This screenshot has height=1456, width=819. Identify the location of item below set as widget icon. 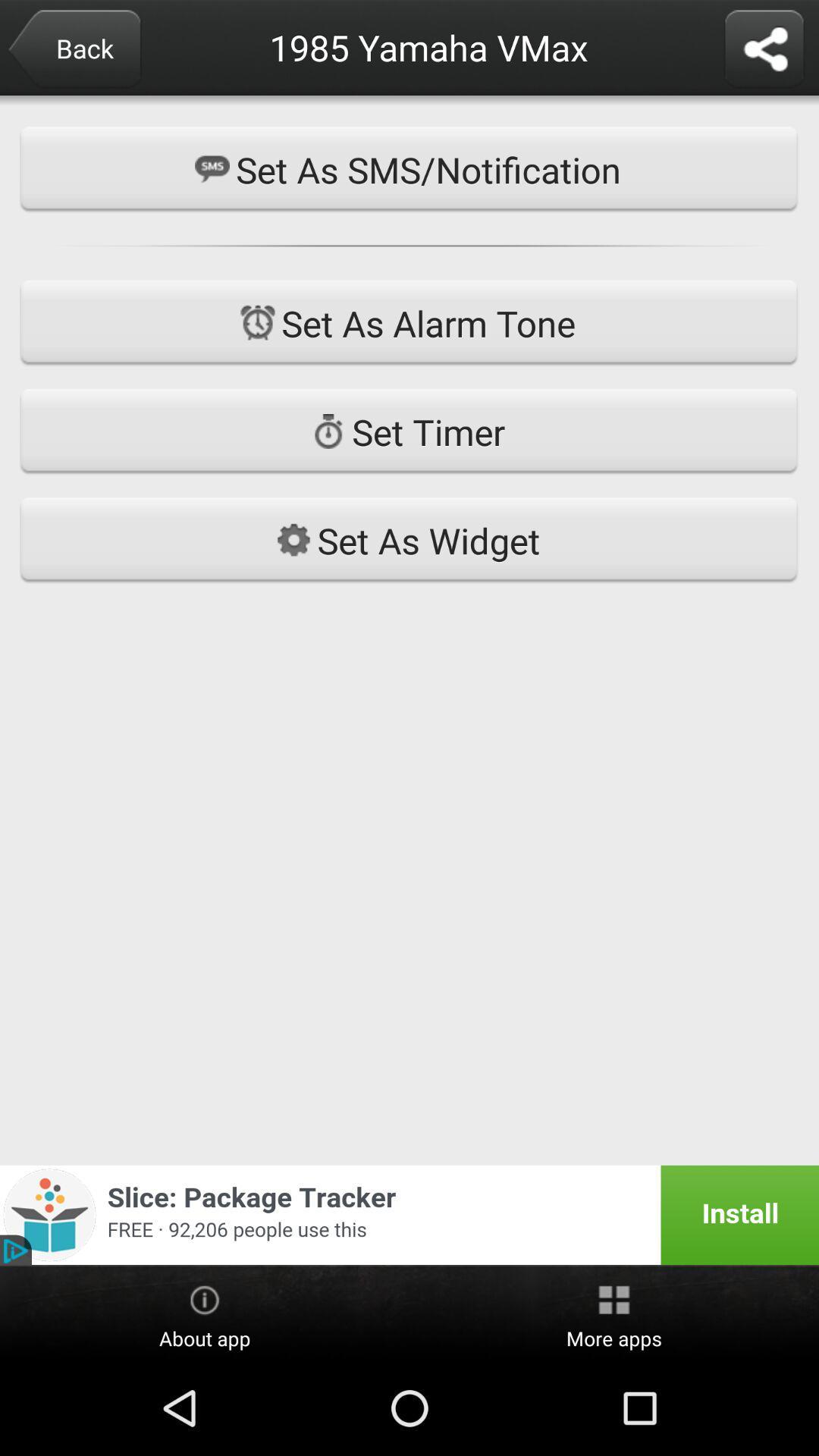
(409, 1215).